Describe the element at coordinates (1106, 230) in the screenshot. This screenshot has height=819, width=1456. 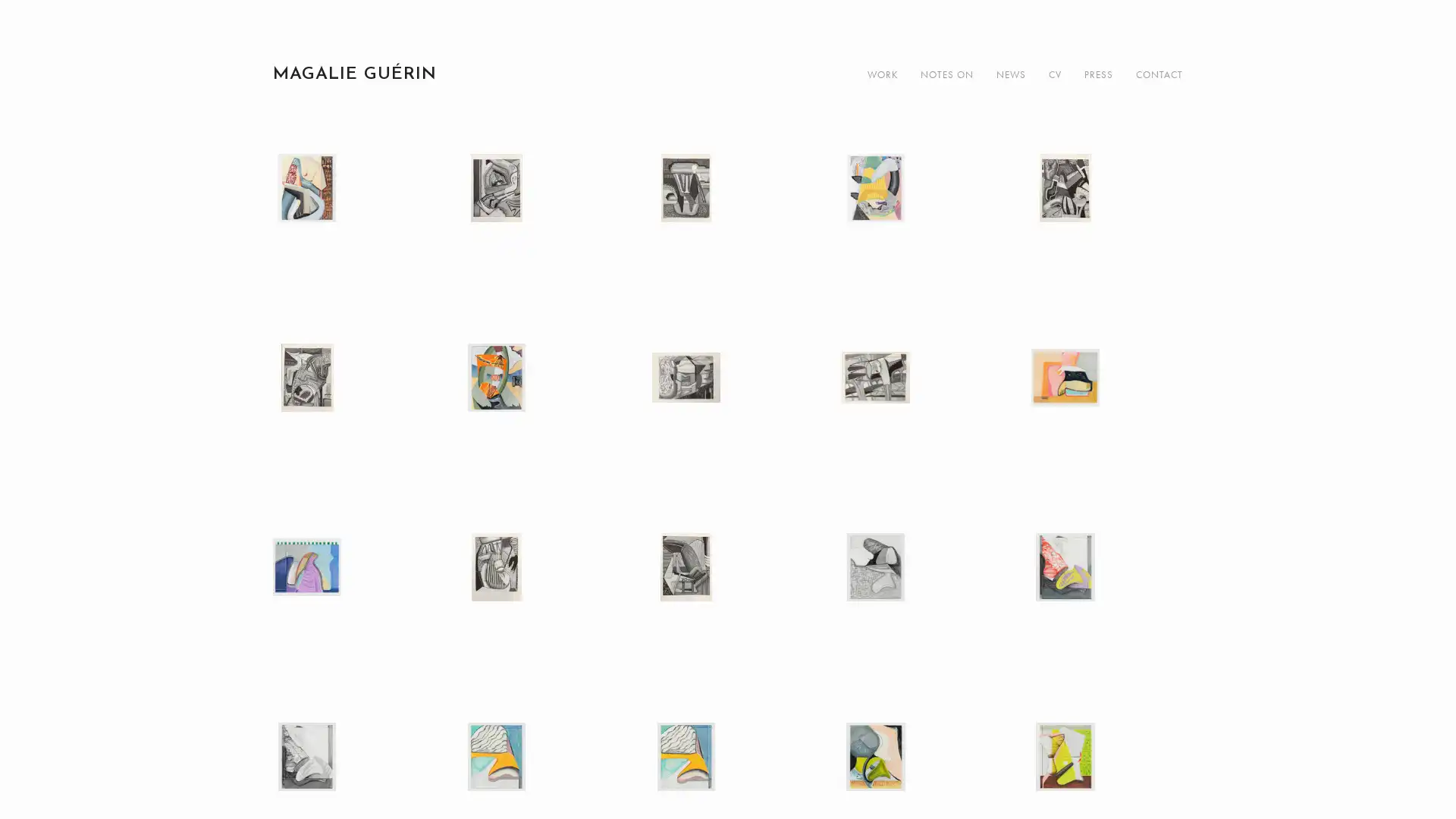
I see `View fullsize Small Copy Drawing 114, 2020` at that location.